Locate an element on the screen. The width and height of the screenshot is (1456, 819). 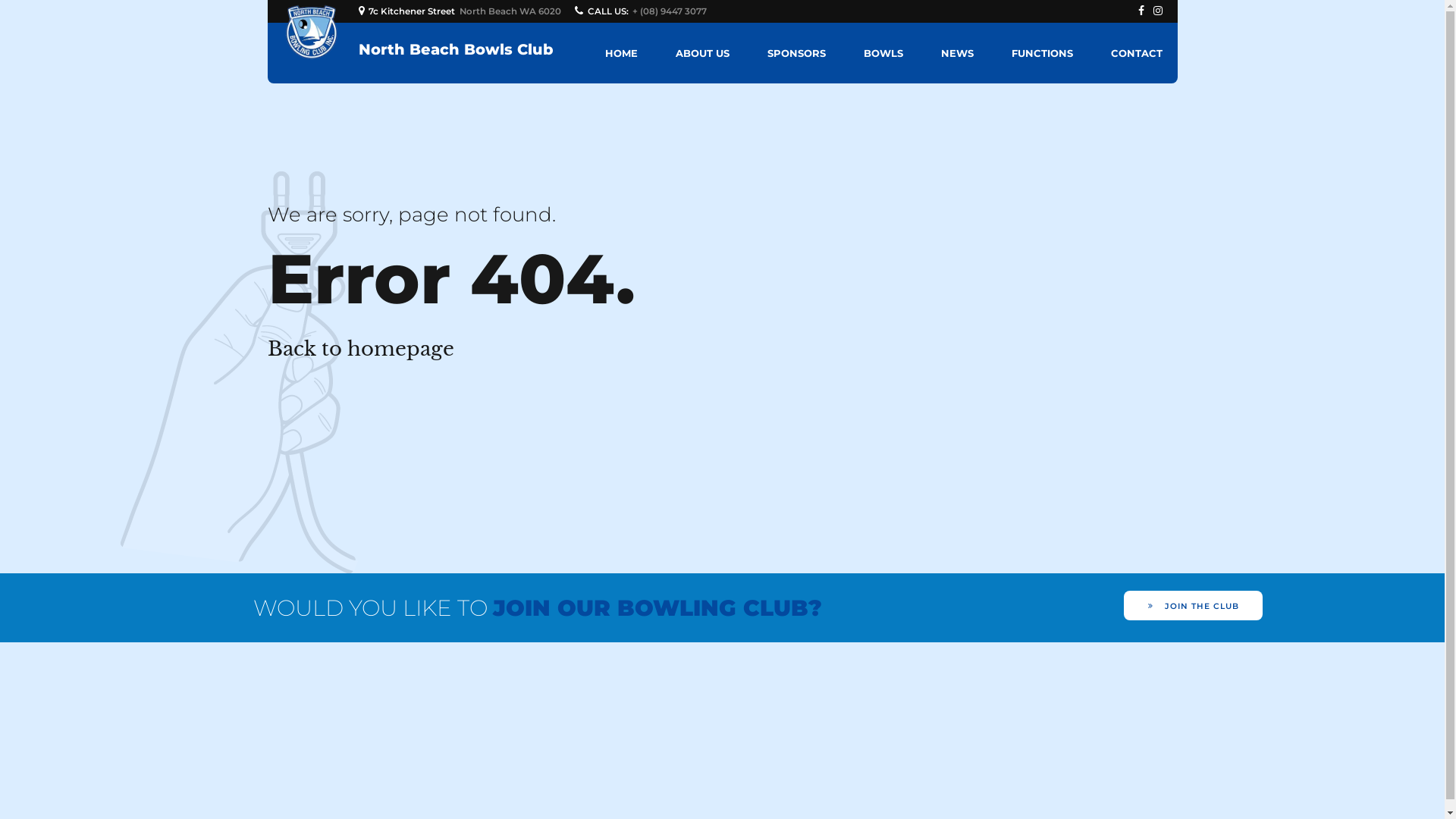
'JOIN THE CLUB' is located at coordinates (1124, 604).